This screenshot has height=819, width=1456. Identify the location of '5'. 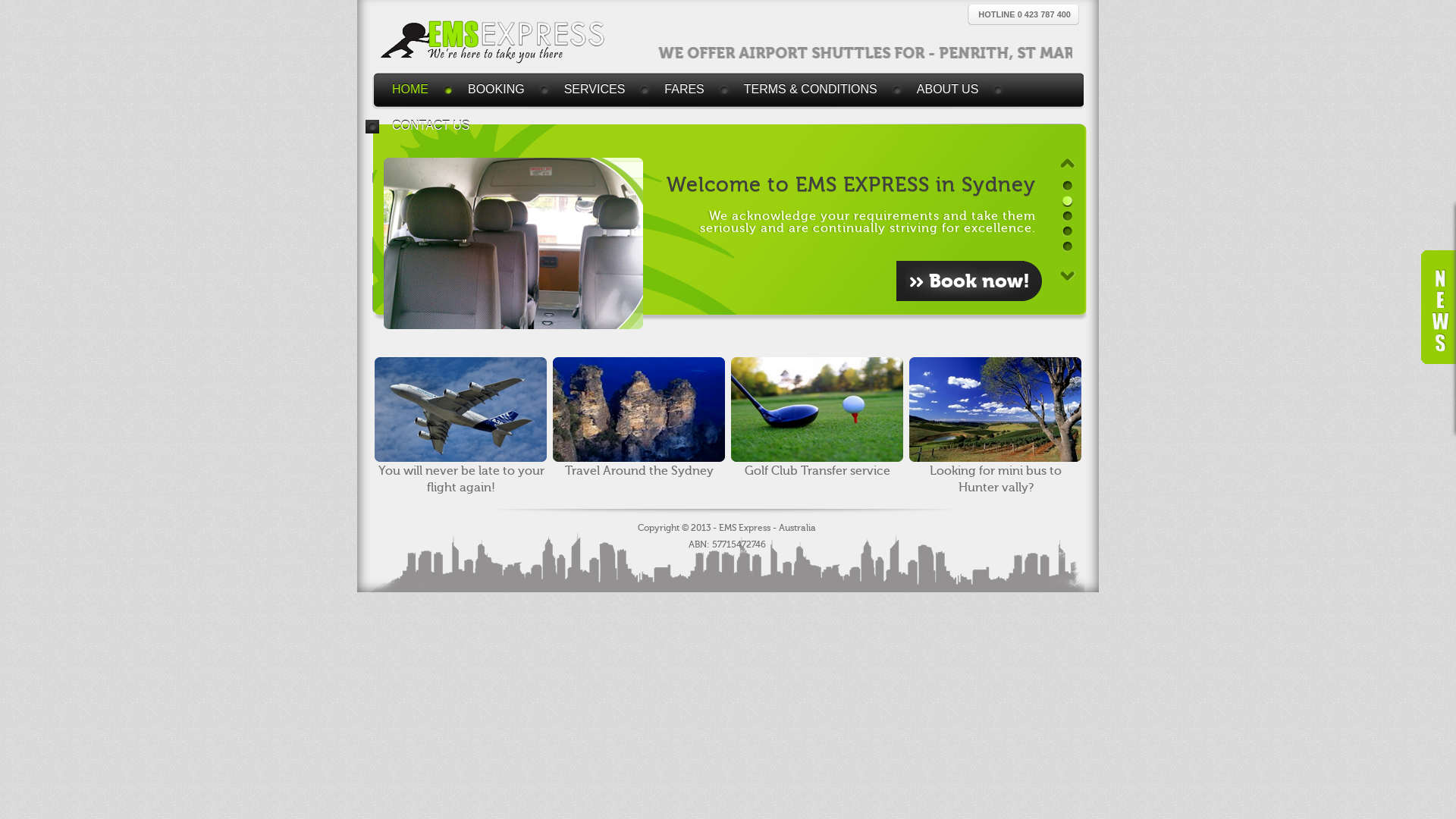
(1061, 246).